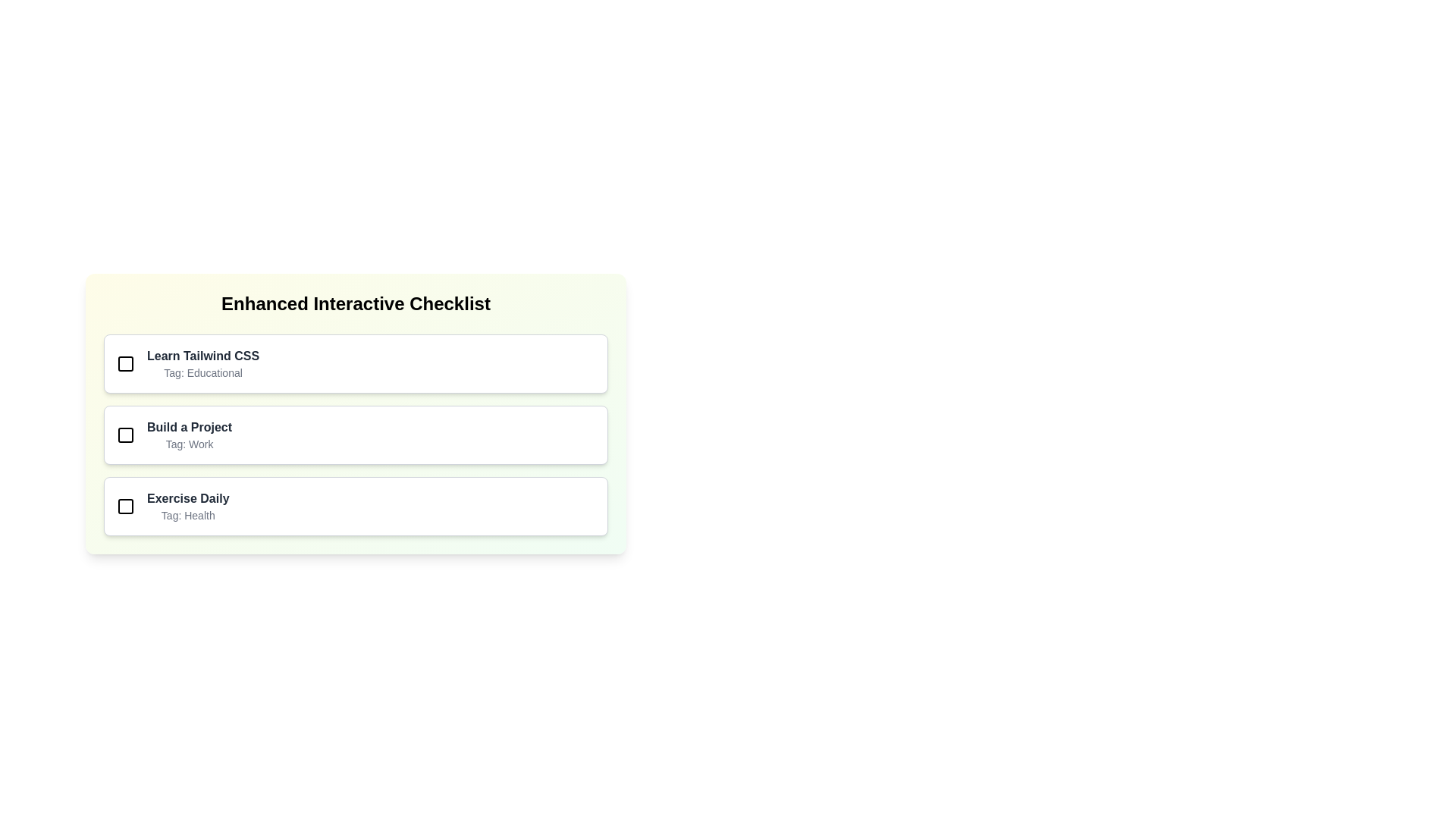 The image size is (1456, 819). I want to click on the third selectable checklist item labeled 'Exercise Daily', so click(355, 506).